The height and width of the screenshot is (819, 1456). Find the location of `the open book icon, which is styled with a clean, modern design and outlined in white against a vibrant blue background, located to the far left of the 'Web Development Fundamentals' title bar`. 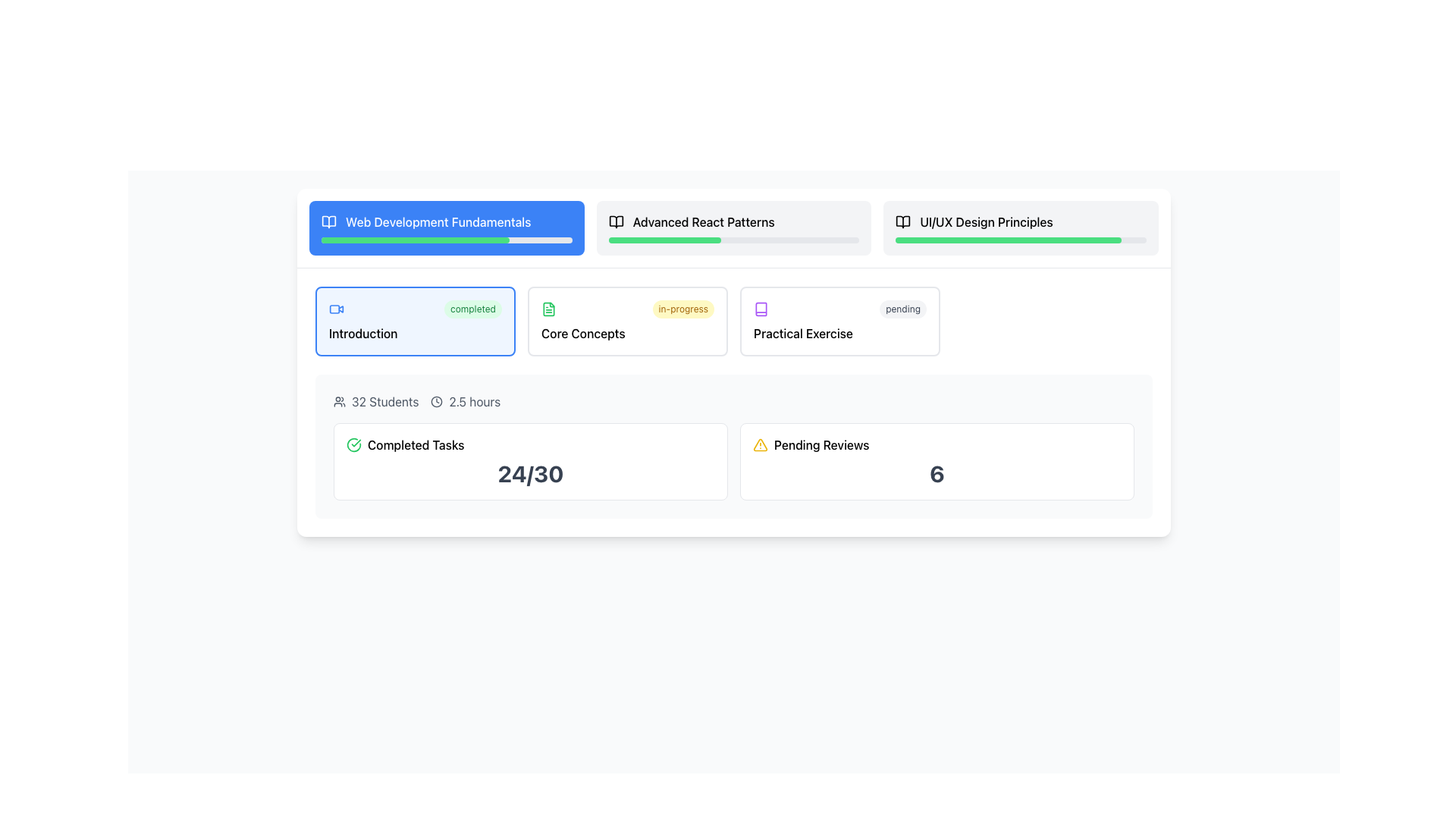

the open book icon, which is styled with a clean, modern design and outlined in white against a vibrant blue background, located to the far left of the 'Web Development Fundamentals' title bar is located at coordinates (328, 222).